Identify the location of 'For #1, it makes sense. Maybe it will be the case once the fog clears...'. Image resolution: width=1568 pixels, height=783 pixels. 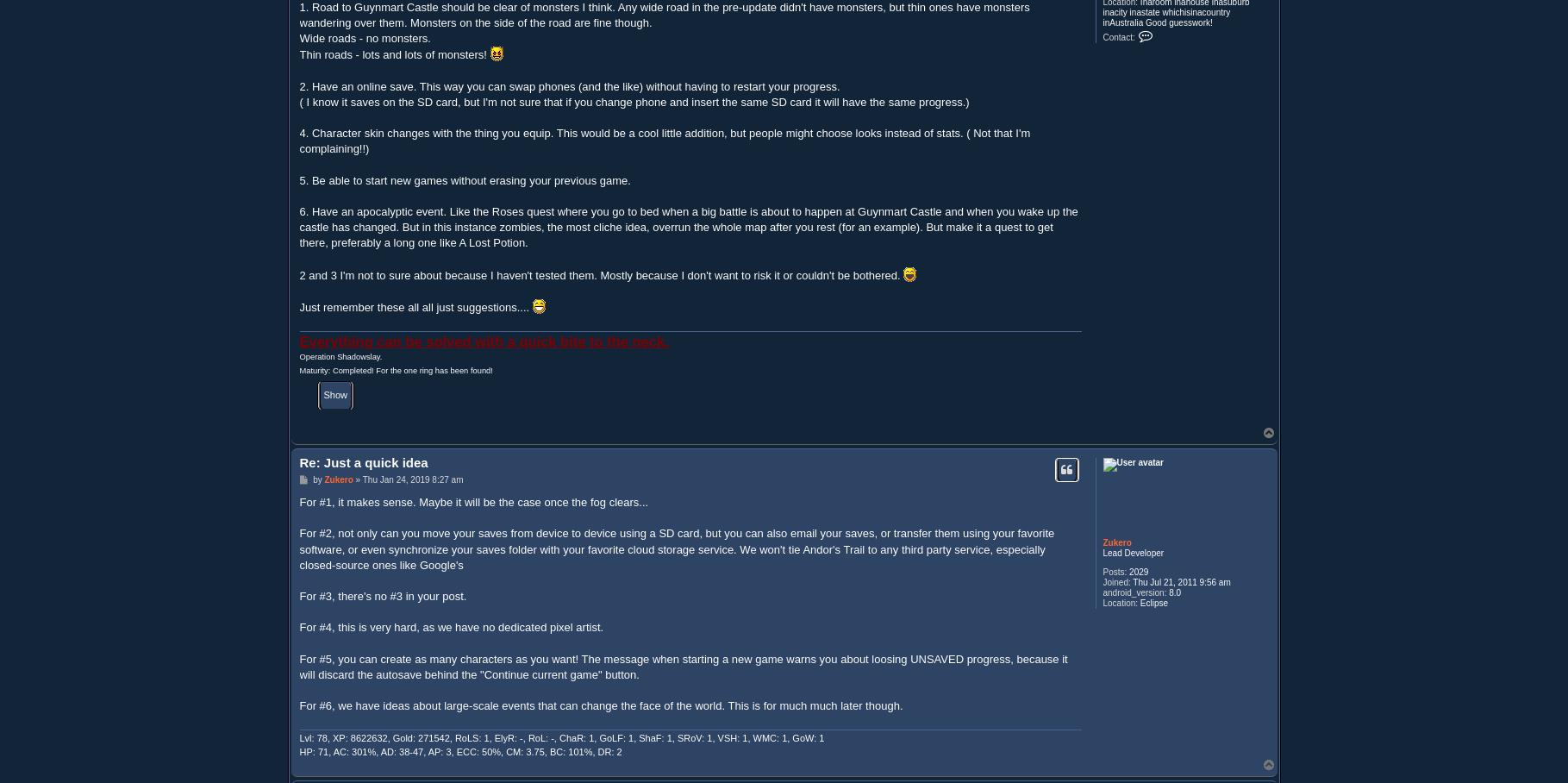
(473, 501).